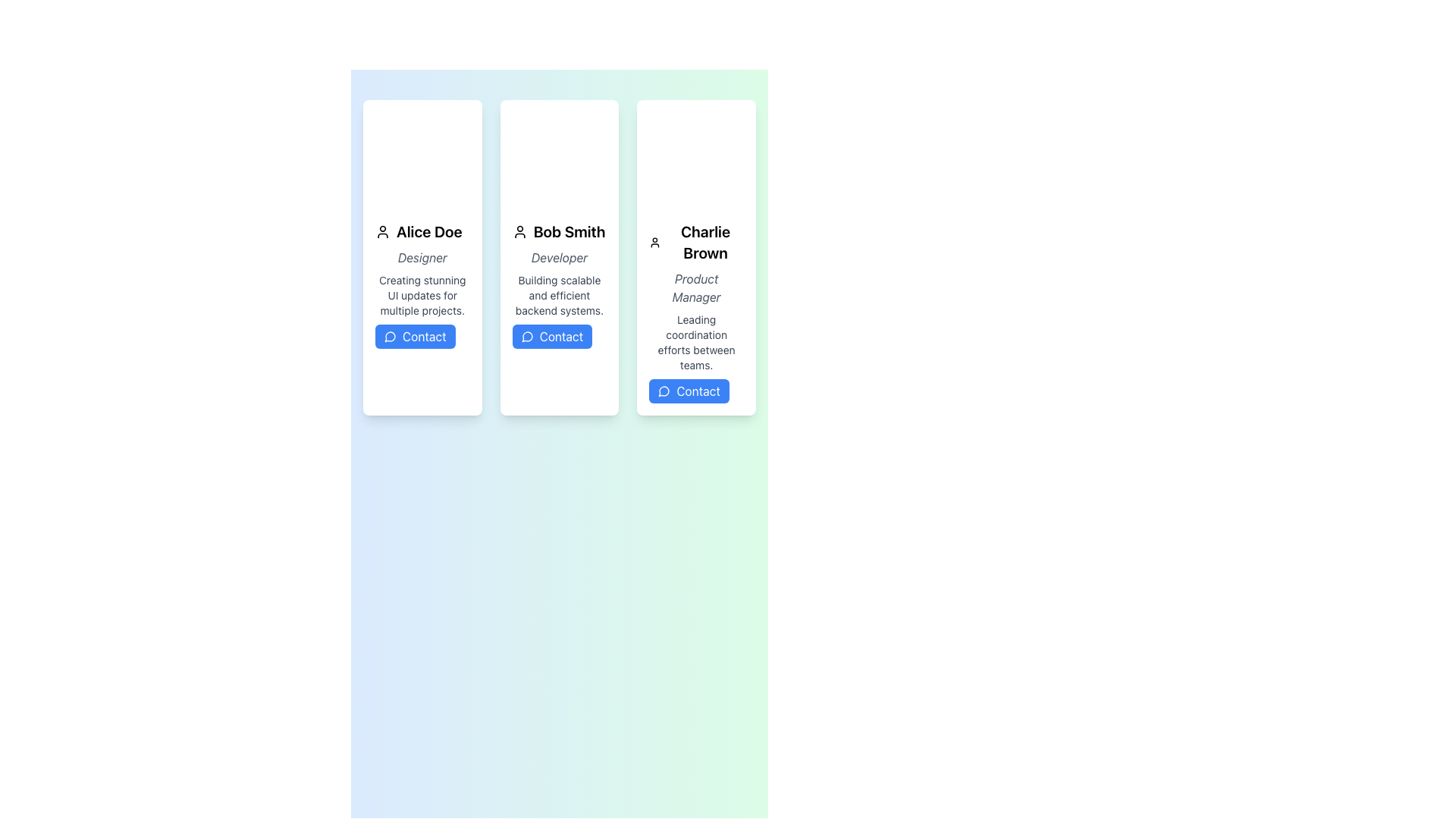  I want to click on the text display element showing 'Bob Smith' which is styled in bold and enlarged font, located above the description labeled 'Developer', so click(559, 231).